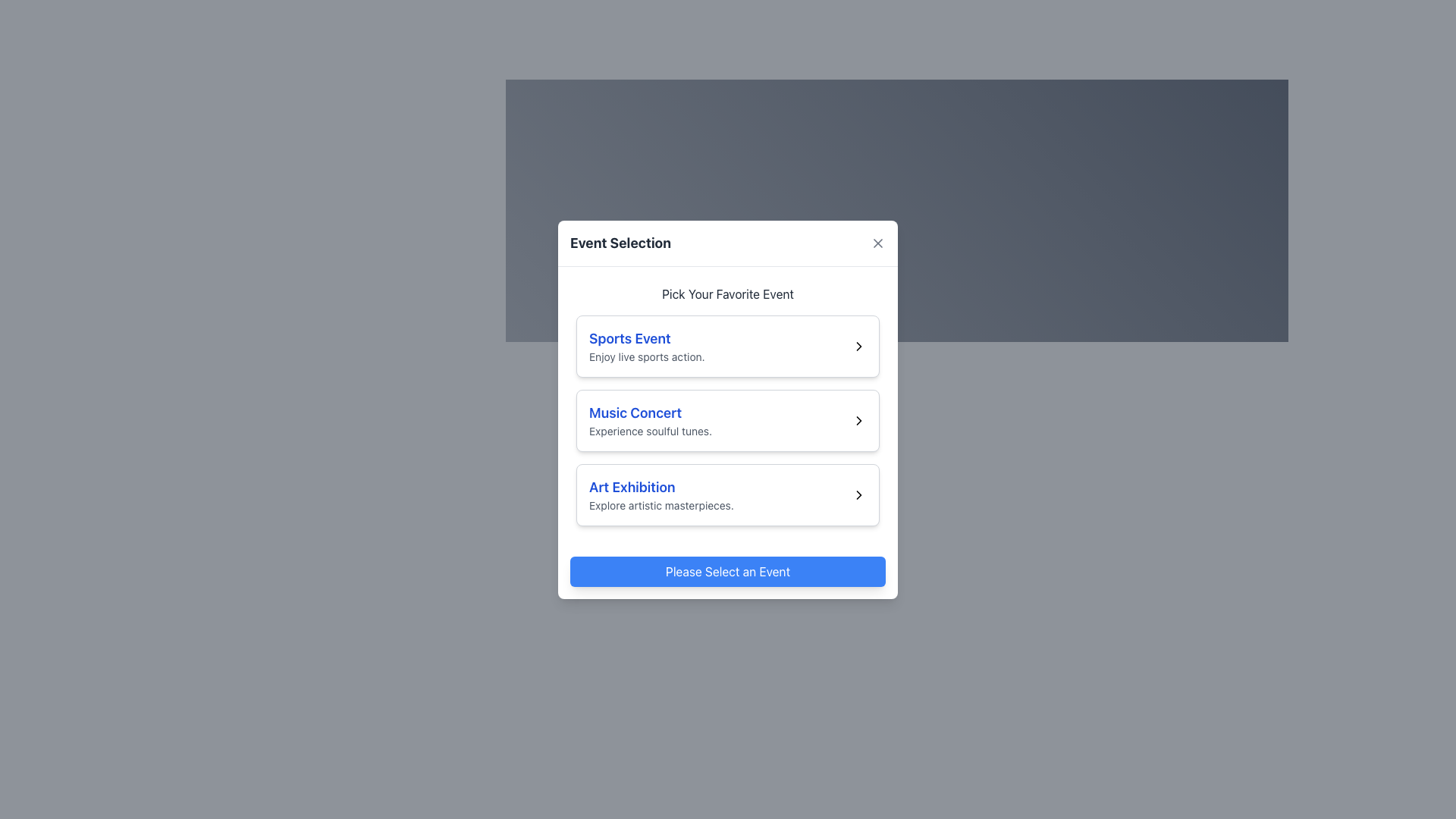 The height and width of the screenshot is (819, 1456). What do you see at coordinates (661, 487) in the screenshot?
I see `text of the 'Art Exhibition' label, which is styled in large, bold blue font and located under 'Pick Your Favorite Event'` at bounding box center [661, 487].